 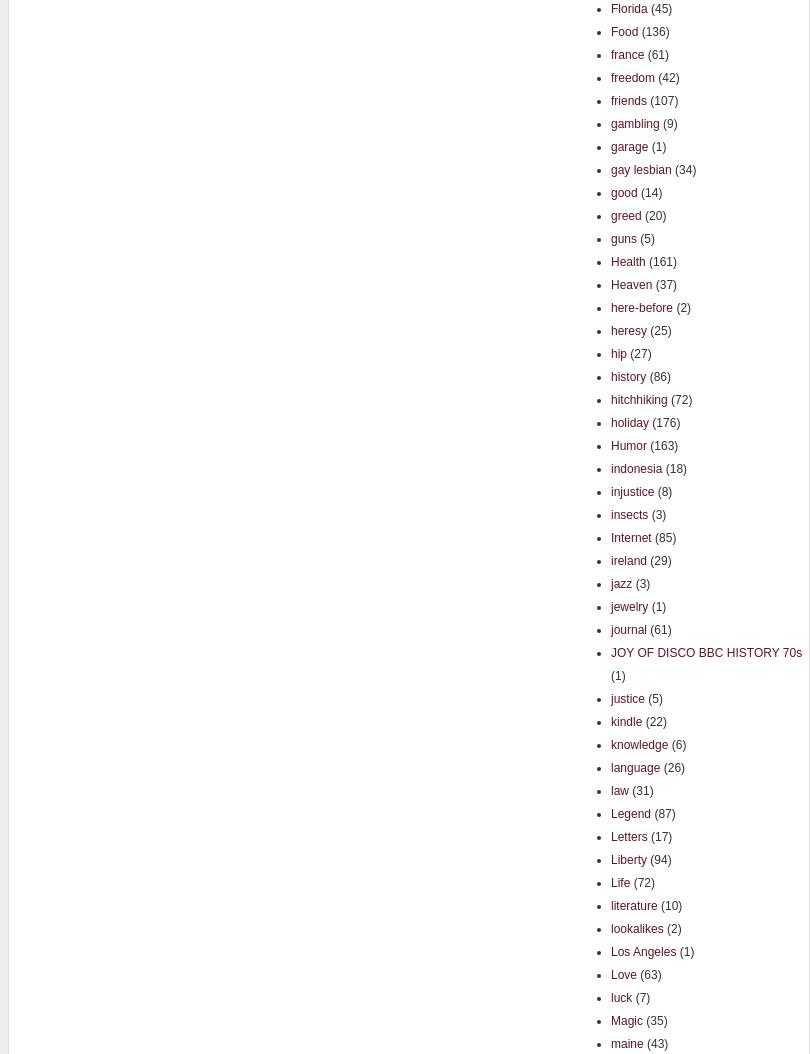 What do you see at coordinates (624, 215) in the screenshot?
I see `'greed'` at bounding box center [624, 215].